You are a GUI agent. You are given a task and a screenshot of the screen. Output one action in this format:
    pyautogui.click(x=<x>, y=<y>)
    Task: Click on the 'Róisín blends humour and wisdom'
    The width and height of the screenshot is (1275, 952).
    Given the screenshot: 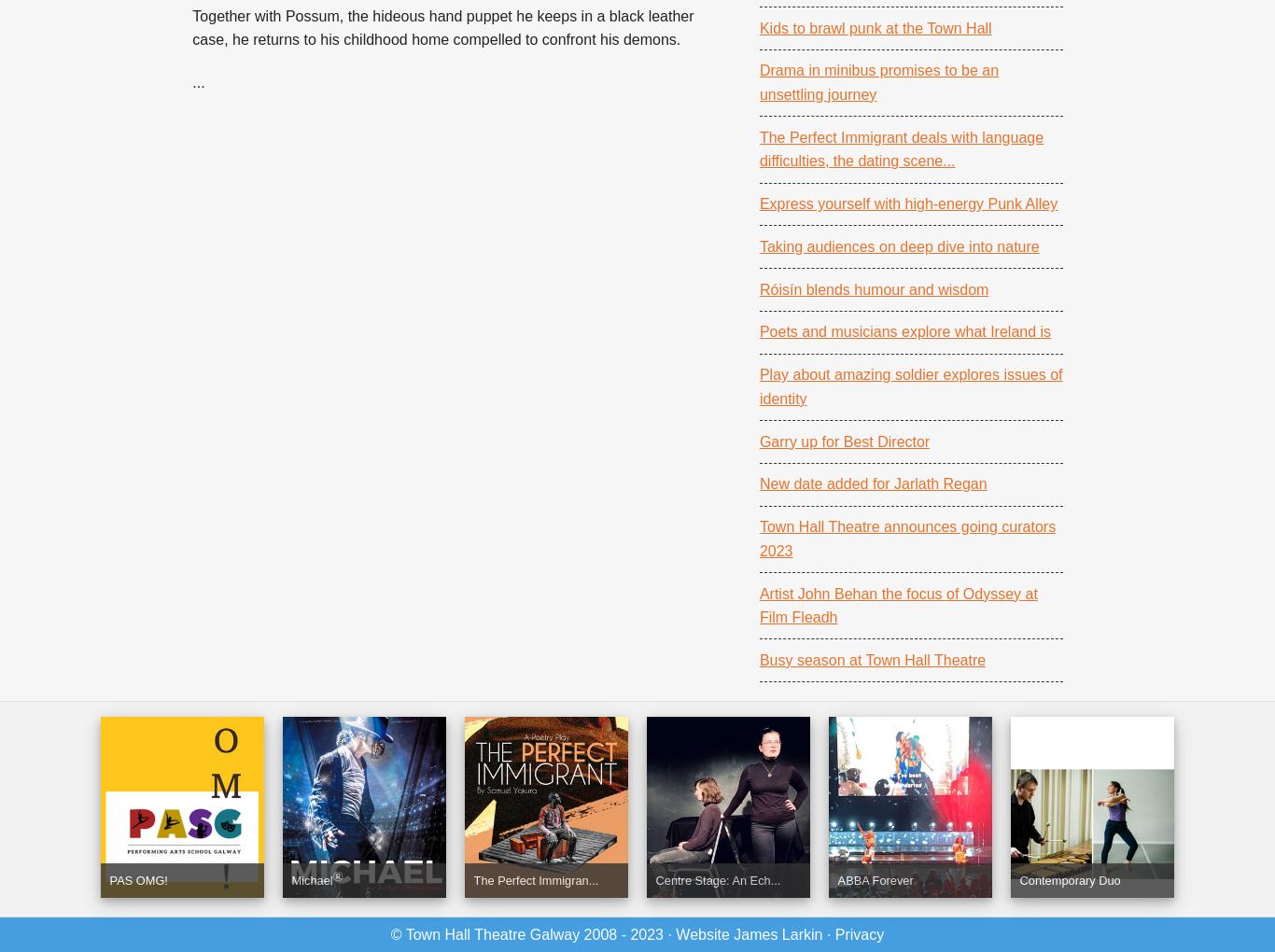 What is the action you would take?
    pyautogui.click(x=873, y=288)
    